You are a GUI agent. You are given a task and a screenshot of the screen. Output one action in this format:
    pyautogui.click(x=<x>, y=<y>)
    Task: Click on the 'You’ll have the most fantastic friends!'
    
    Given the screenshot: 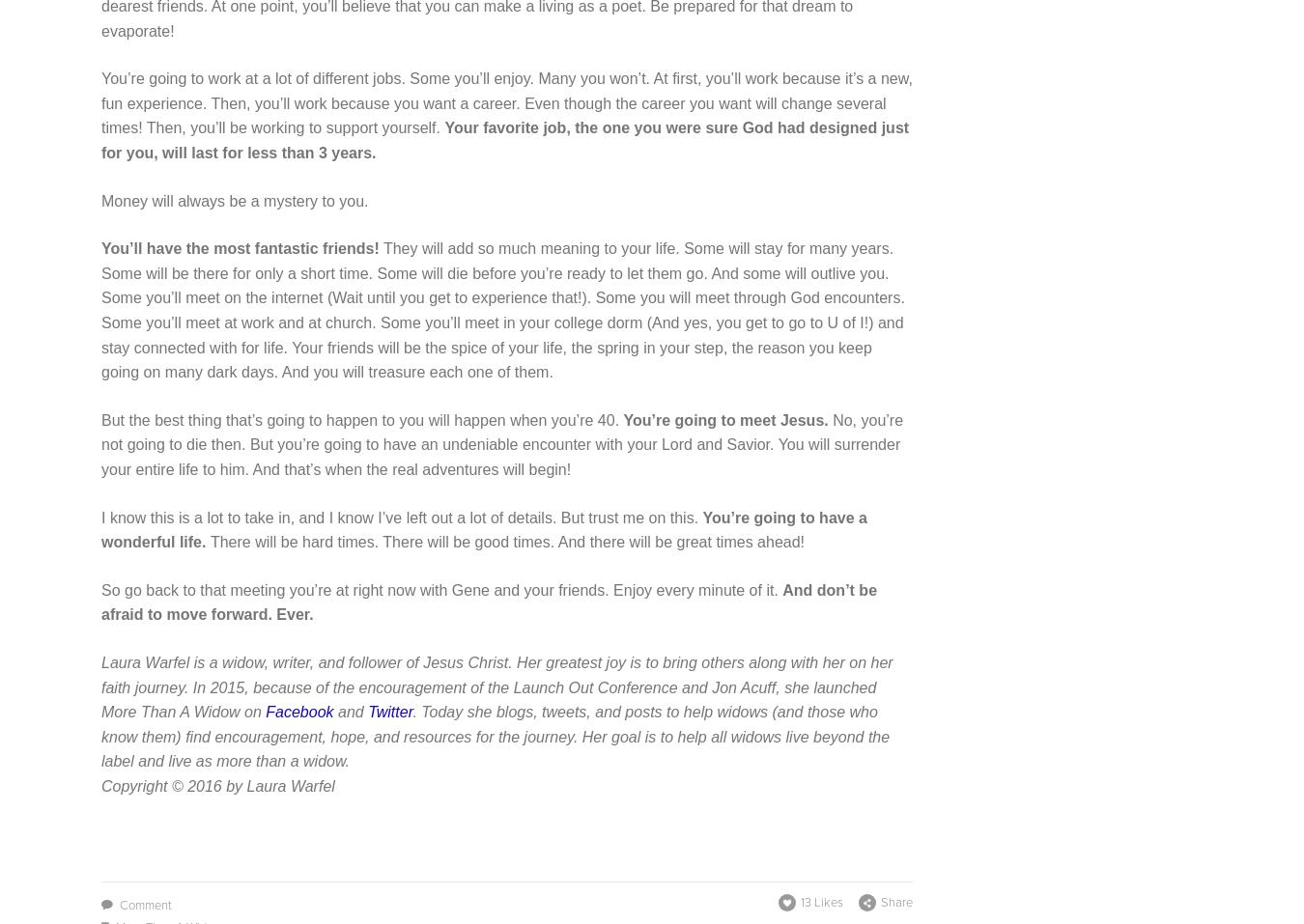 What is the action you would take?
    pyautogui.click(x=100, y=247)
    